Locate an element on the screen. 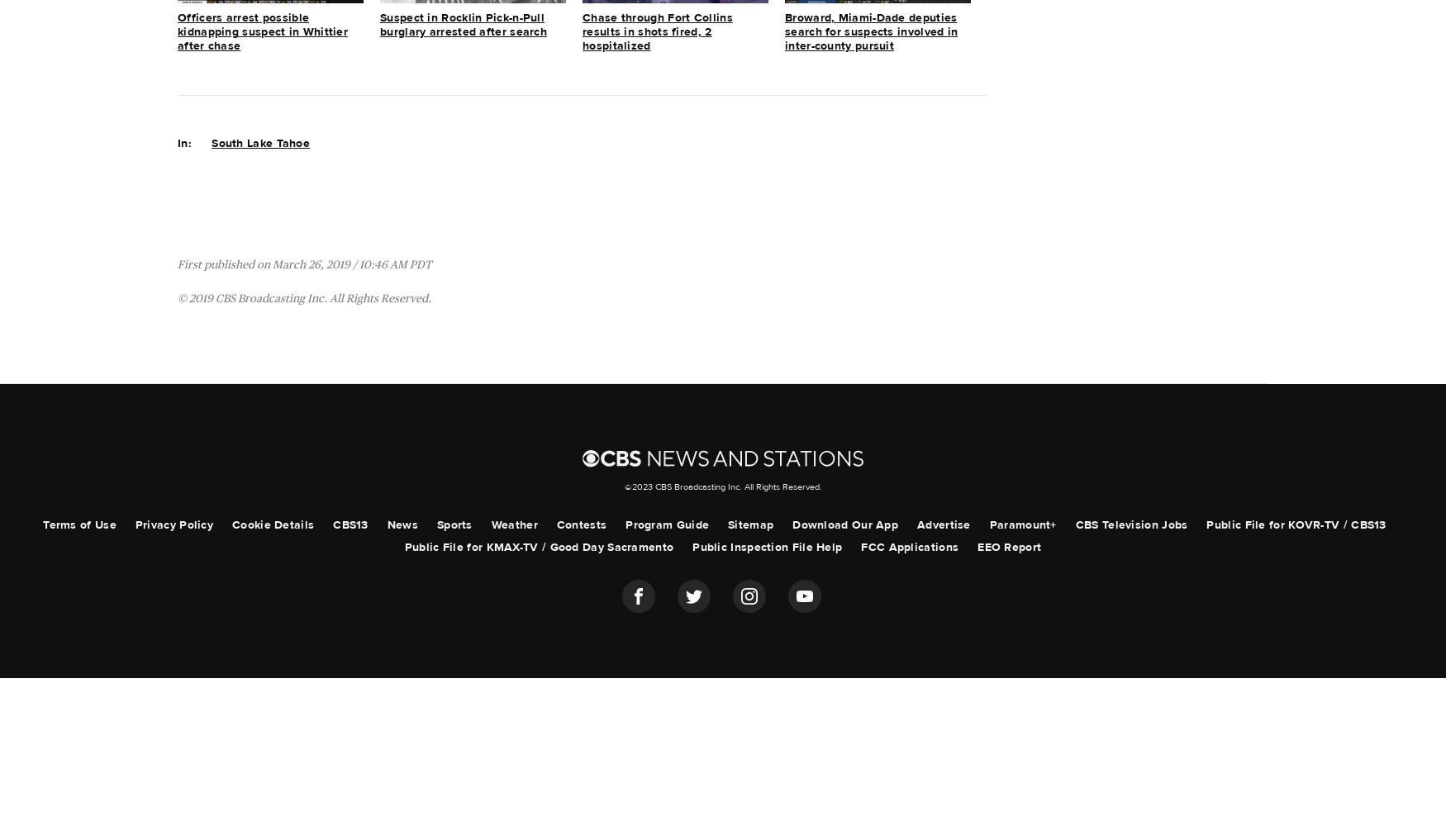  'Public Inspection File Help' is located at coordinates (766, 547).